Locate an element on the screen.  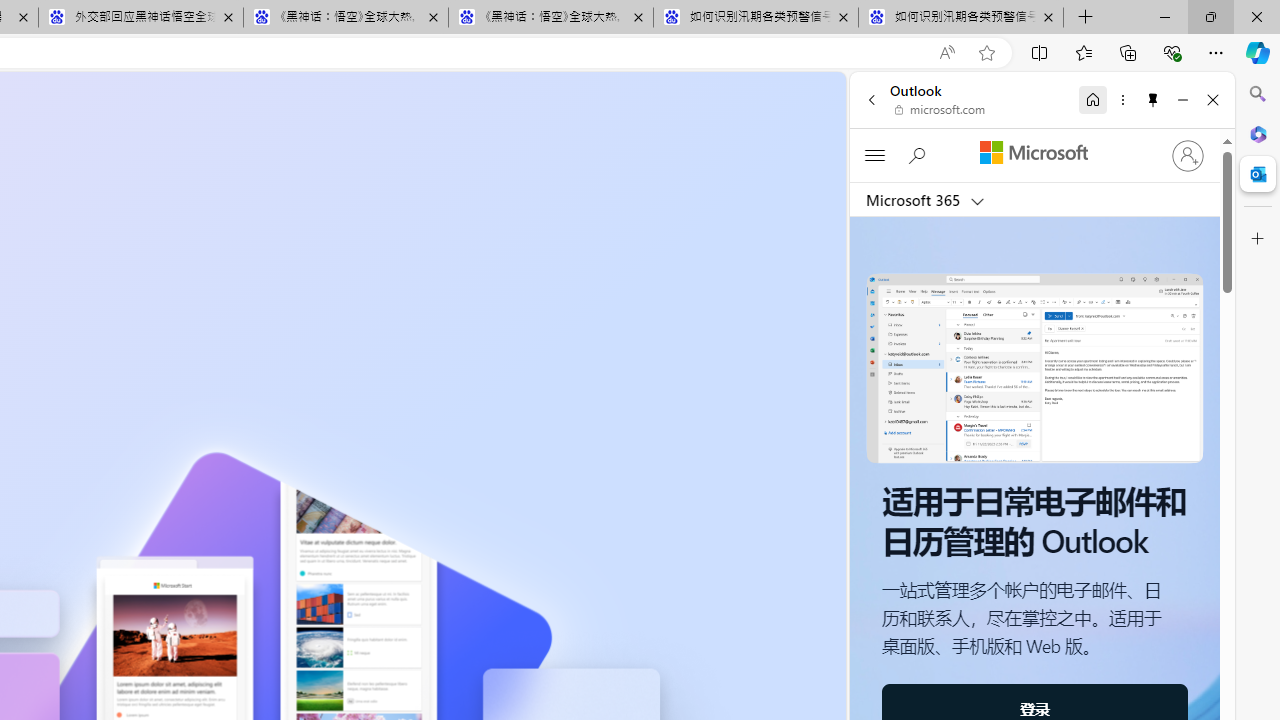
'Back' is located at coordinates (871, 99).